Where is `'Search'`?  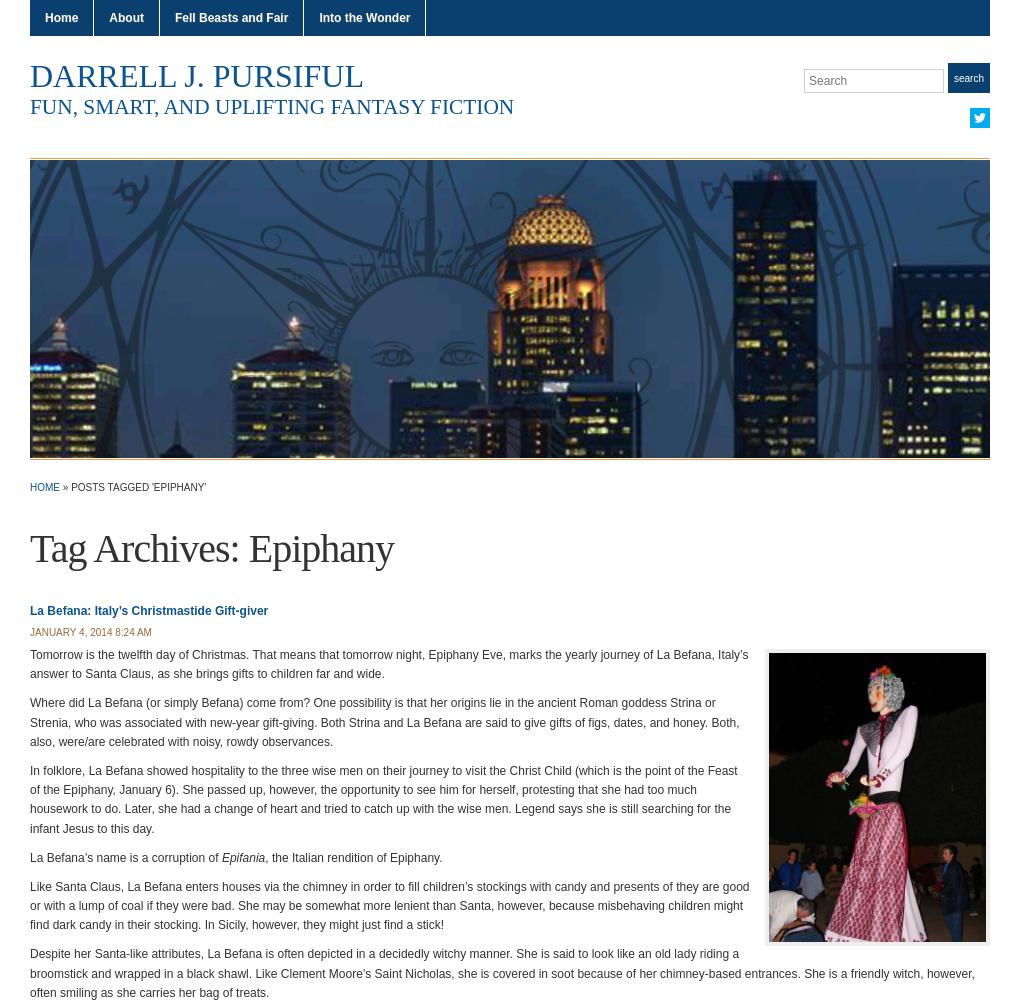
'Search' is located at coordinates (967, 76).